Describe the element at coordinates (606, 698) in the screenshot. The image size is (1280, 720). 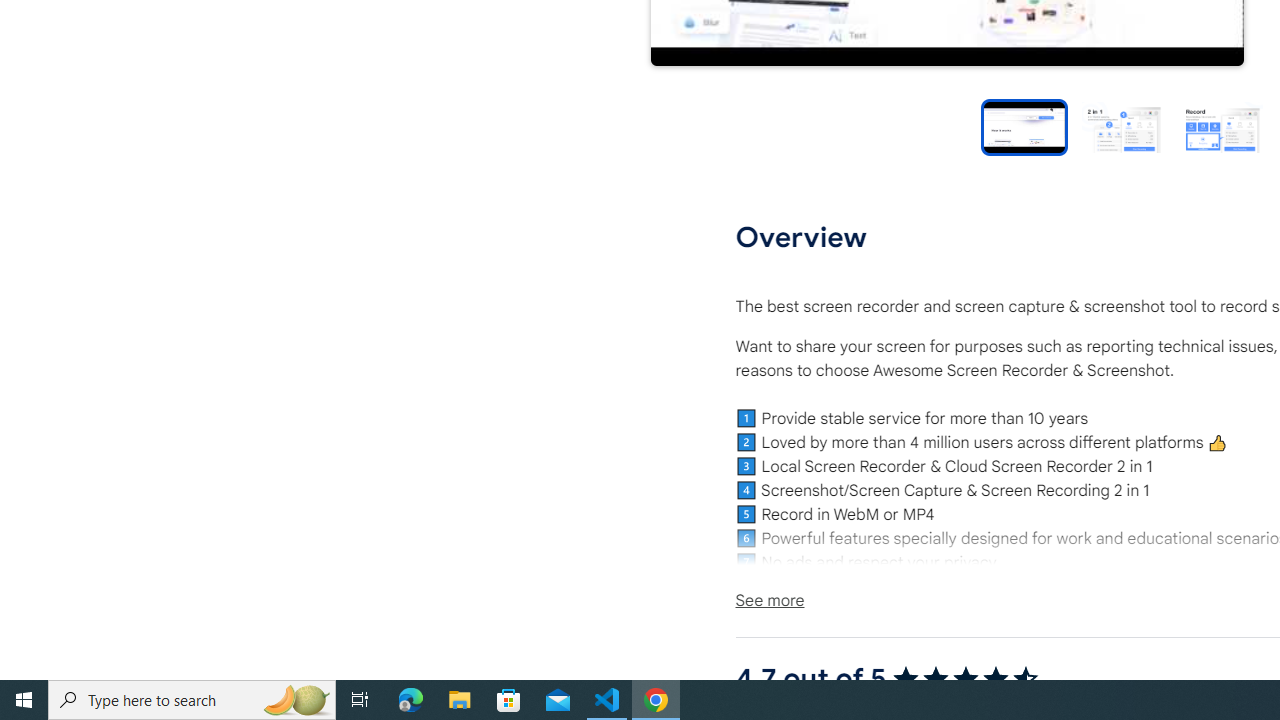
I see `'Visual Studio Code - 1 running window'` at that location.